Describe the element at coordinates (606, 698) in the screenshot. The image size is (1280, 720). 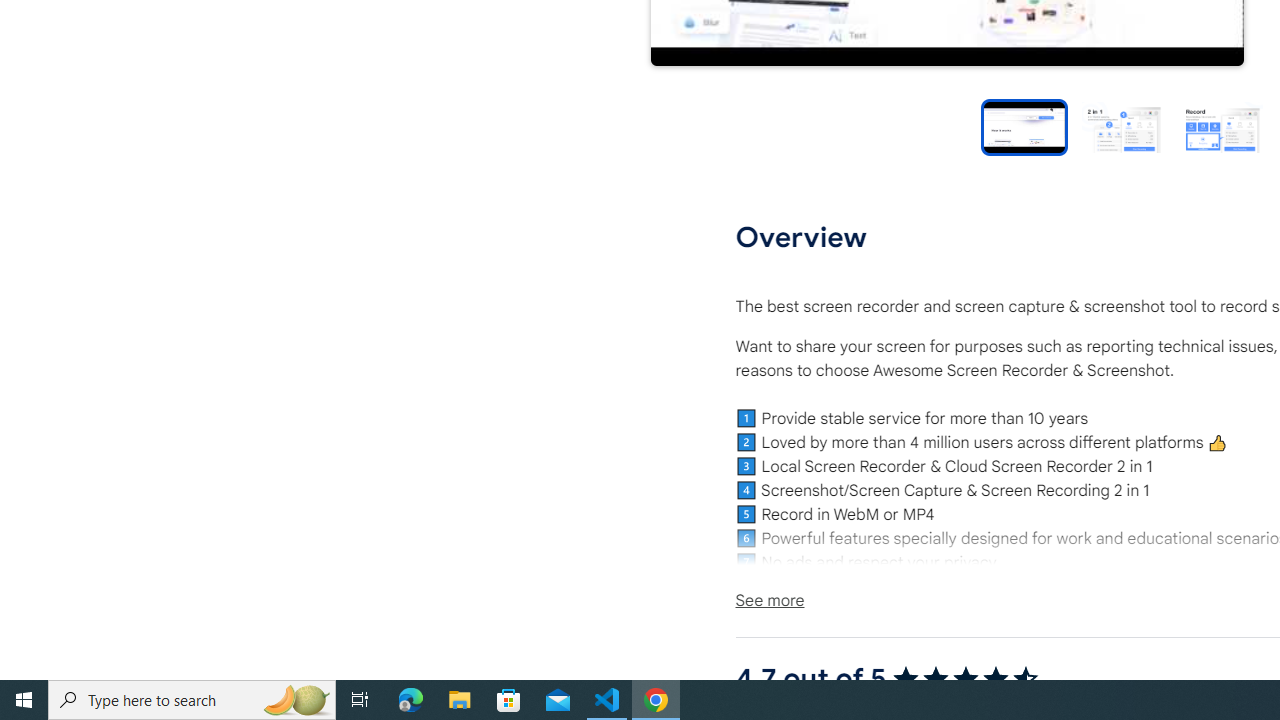
I see `'Visual Studio Code - 1 running window'` at that location.